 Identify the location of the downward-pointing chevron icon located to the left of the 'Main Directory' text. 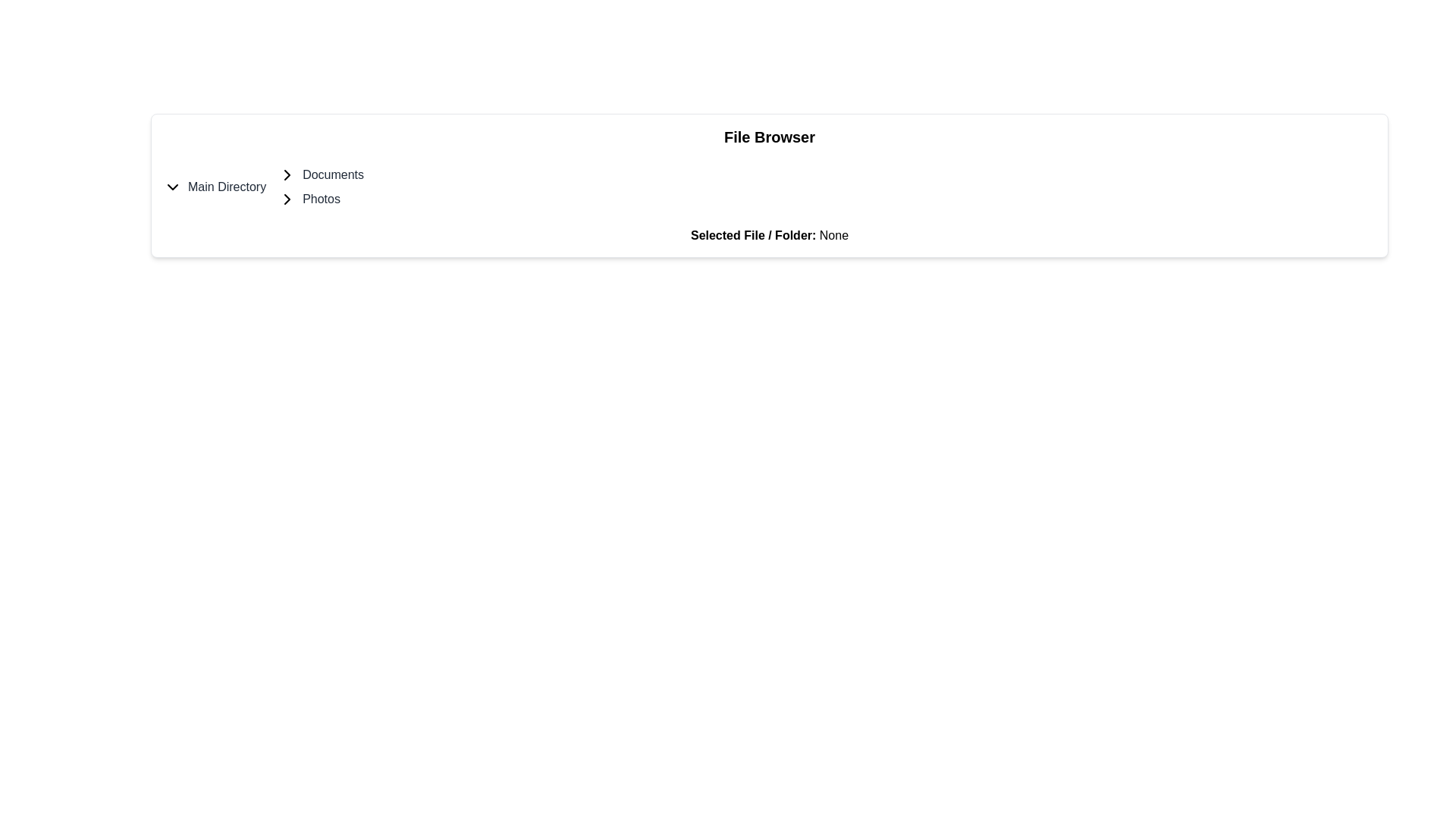
(172, 186).